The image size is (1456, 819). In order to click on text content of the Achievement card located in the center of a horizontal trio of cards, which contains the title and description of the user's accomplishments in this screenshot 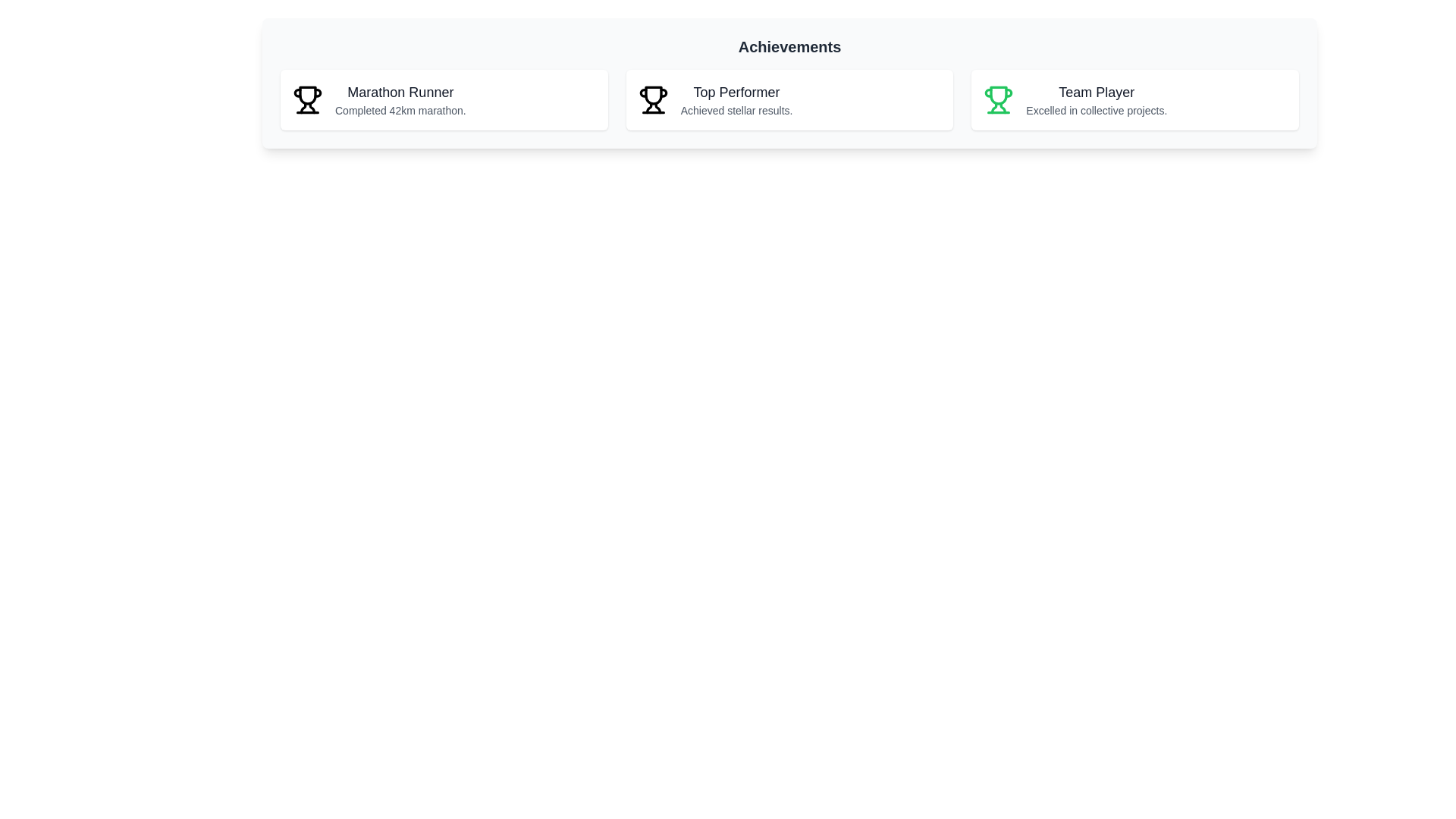, I will do `click(736, 99)`.